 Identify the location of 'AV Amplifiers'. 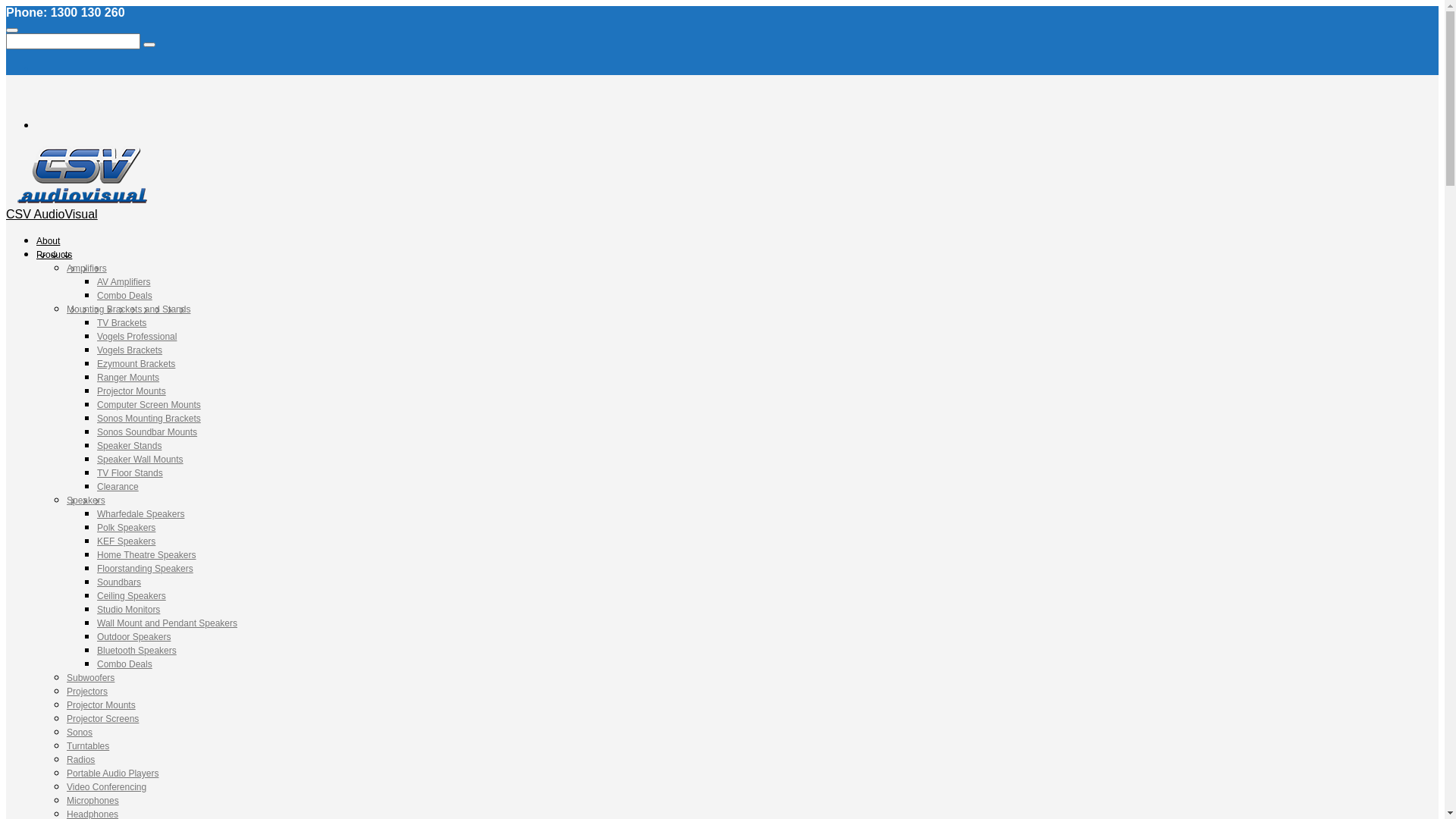
(124, 281).